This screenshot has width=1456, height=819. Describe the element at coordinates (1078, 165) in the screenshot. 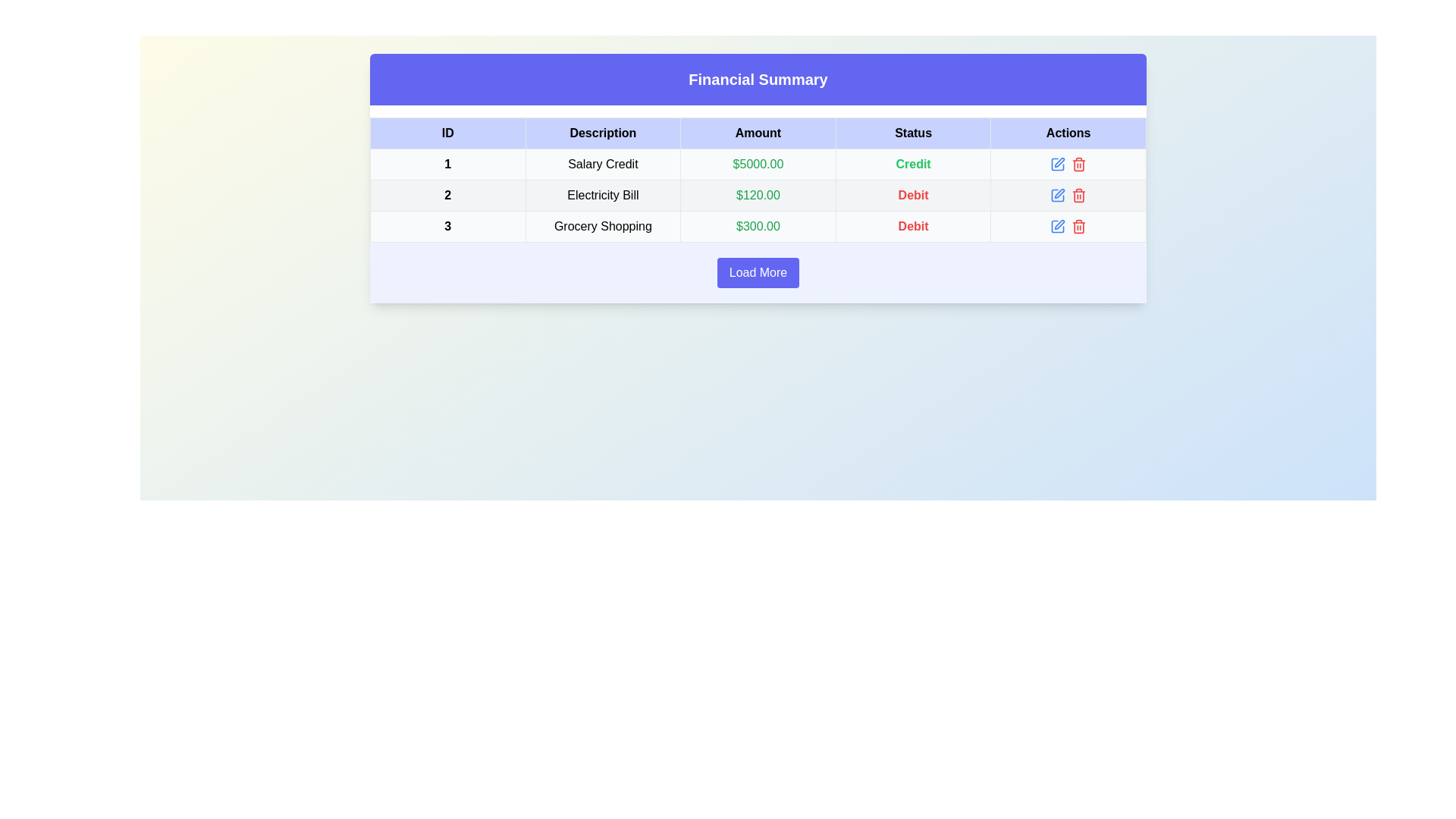

I see `the delete icon in the 'Actions' column of the table corresponding to the 'Electricity Bill' row` at that location.